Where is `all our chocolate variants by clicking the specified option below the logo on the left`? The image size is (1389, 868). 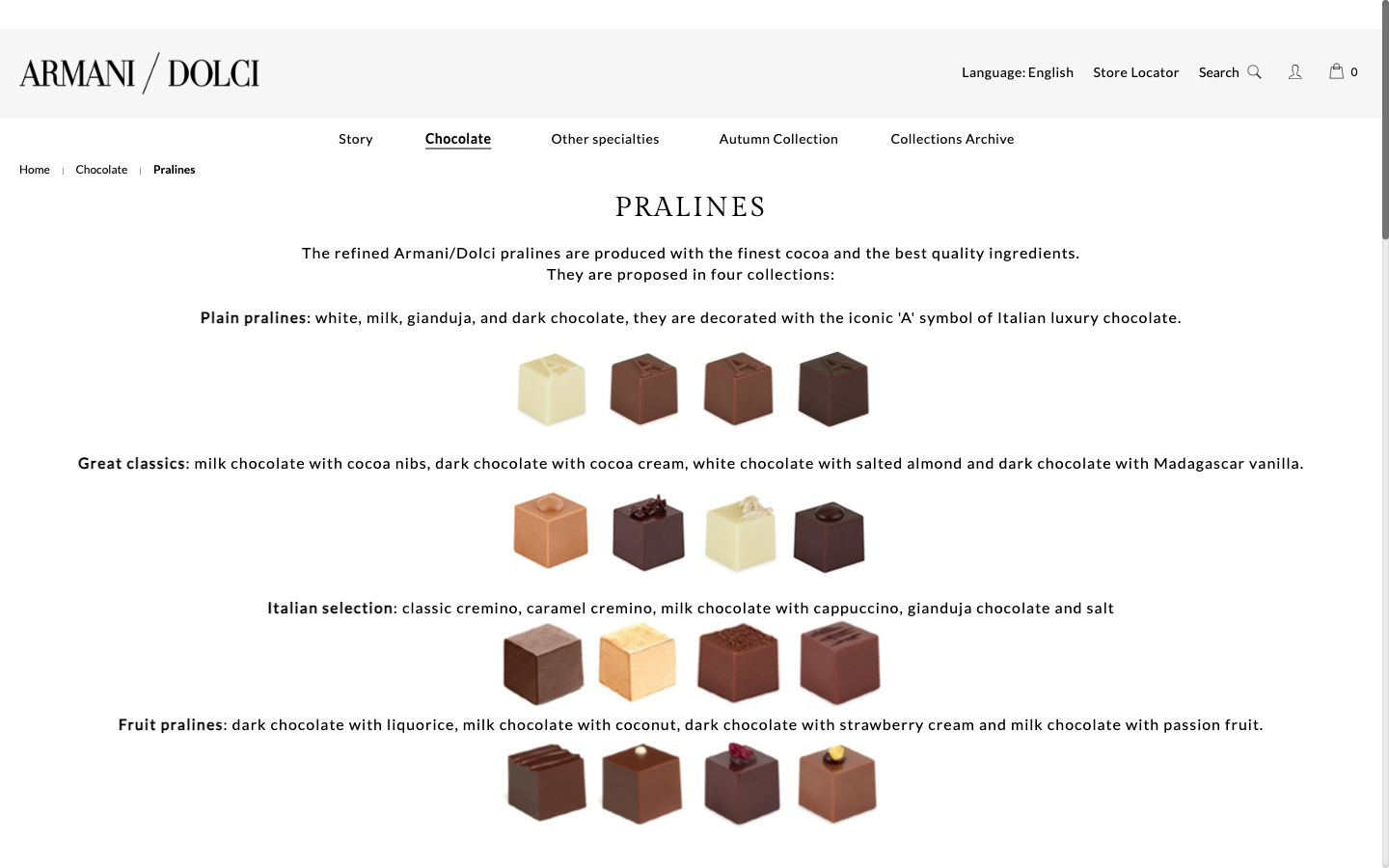 all our chocolate variants by clicking the specified option below the logo on the left is located at coordinates (101, 169).